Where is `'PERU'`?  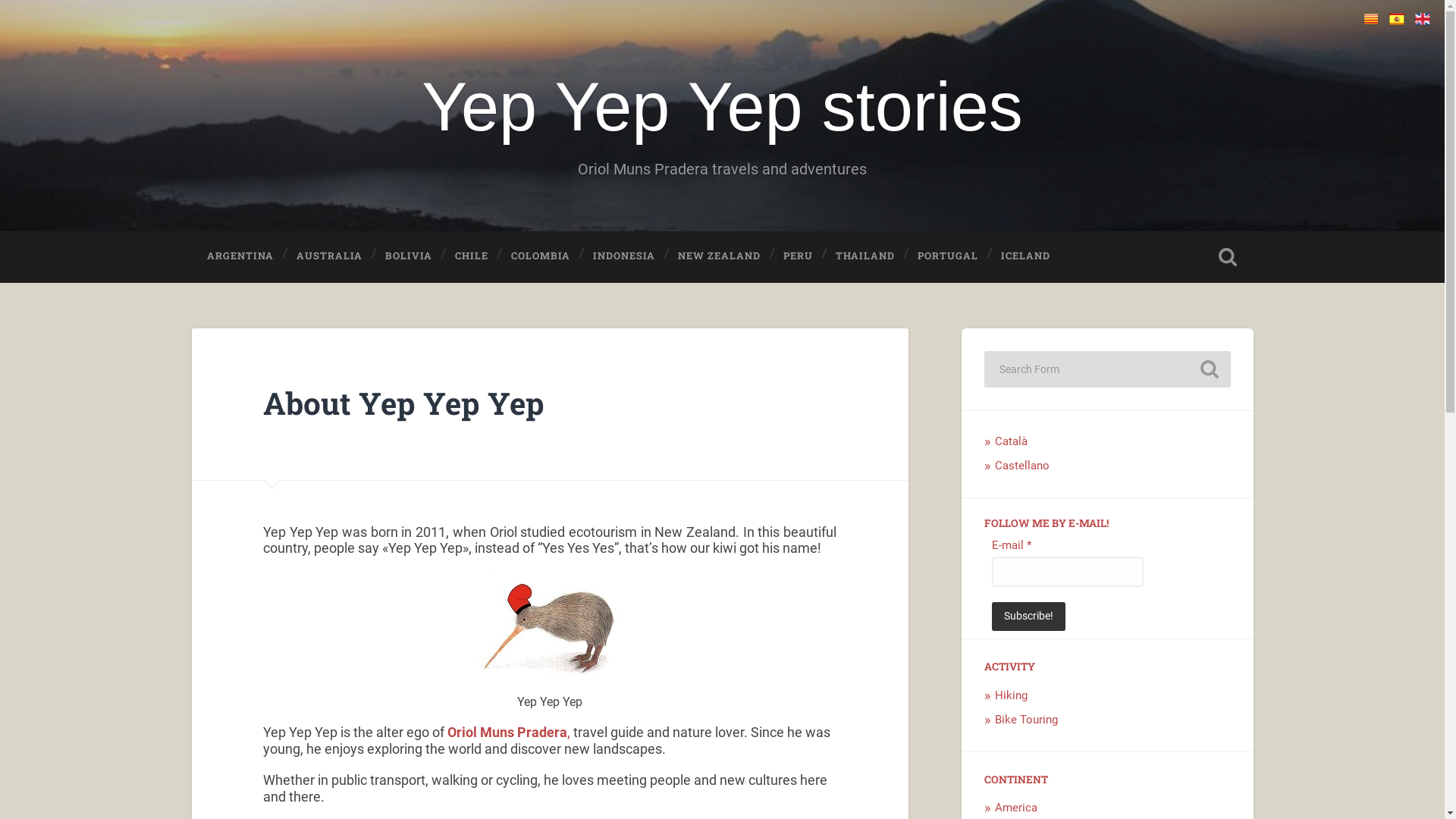 'PERU' is located at coordinates (767, 255).